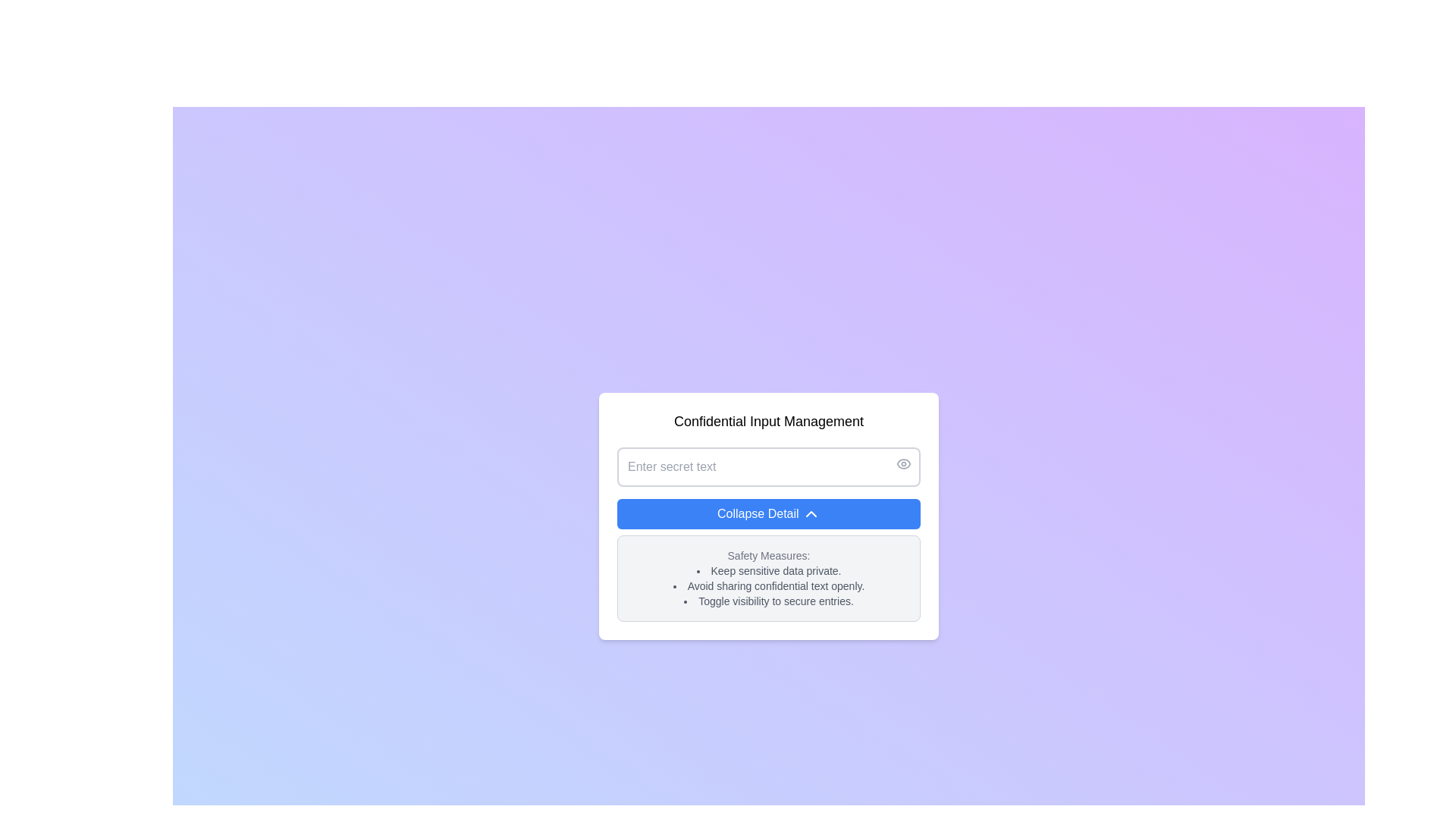 This screenshot has height=819, width=1456. What do you see at coordinates (811, 513) in the screenshot?
I see `the upward-pointing chevron icon on the blue 'Collapse Detail' button, which is styled with a thin, rounded line design and is located at the center-right of the button` at bounding box center [811, 513].